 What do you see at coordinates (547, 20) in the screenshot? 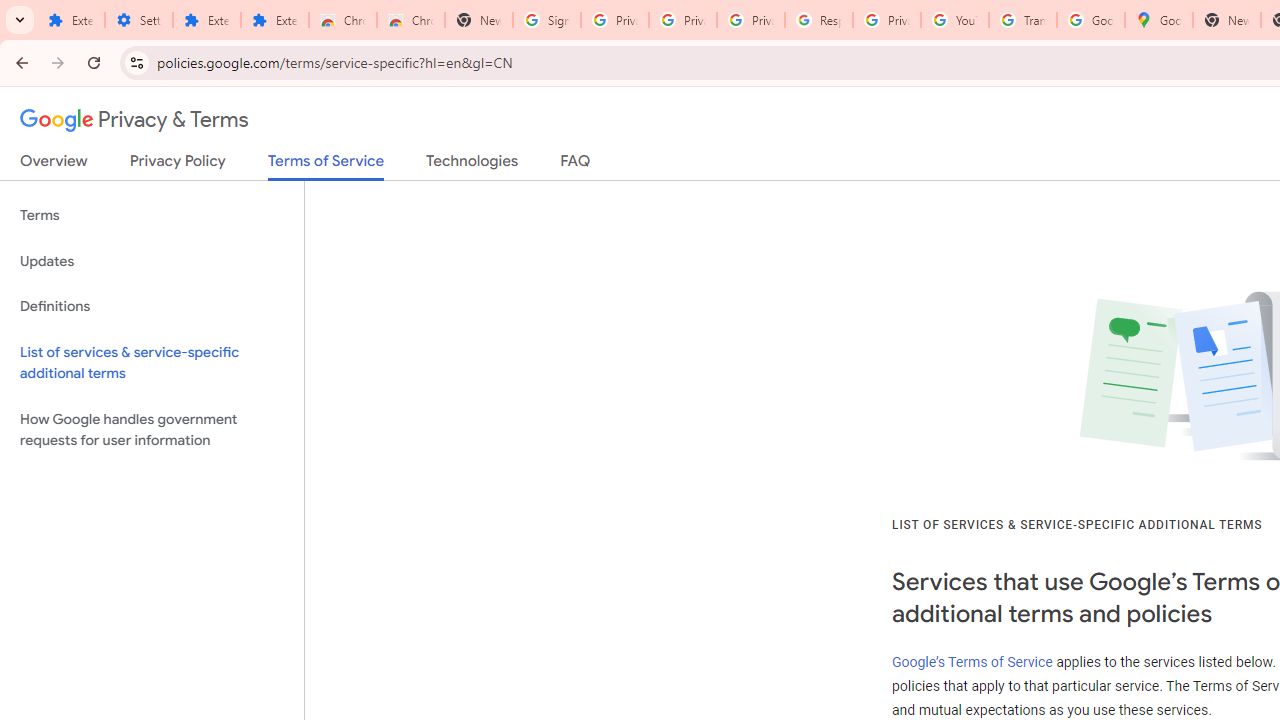
I see `'Sign in - Google Accounts'` at bounding box center [547, 20].